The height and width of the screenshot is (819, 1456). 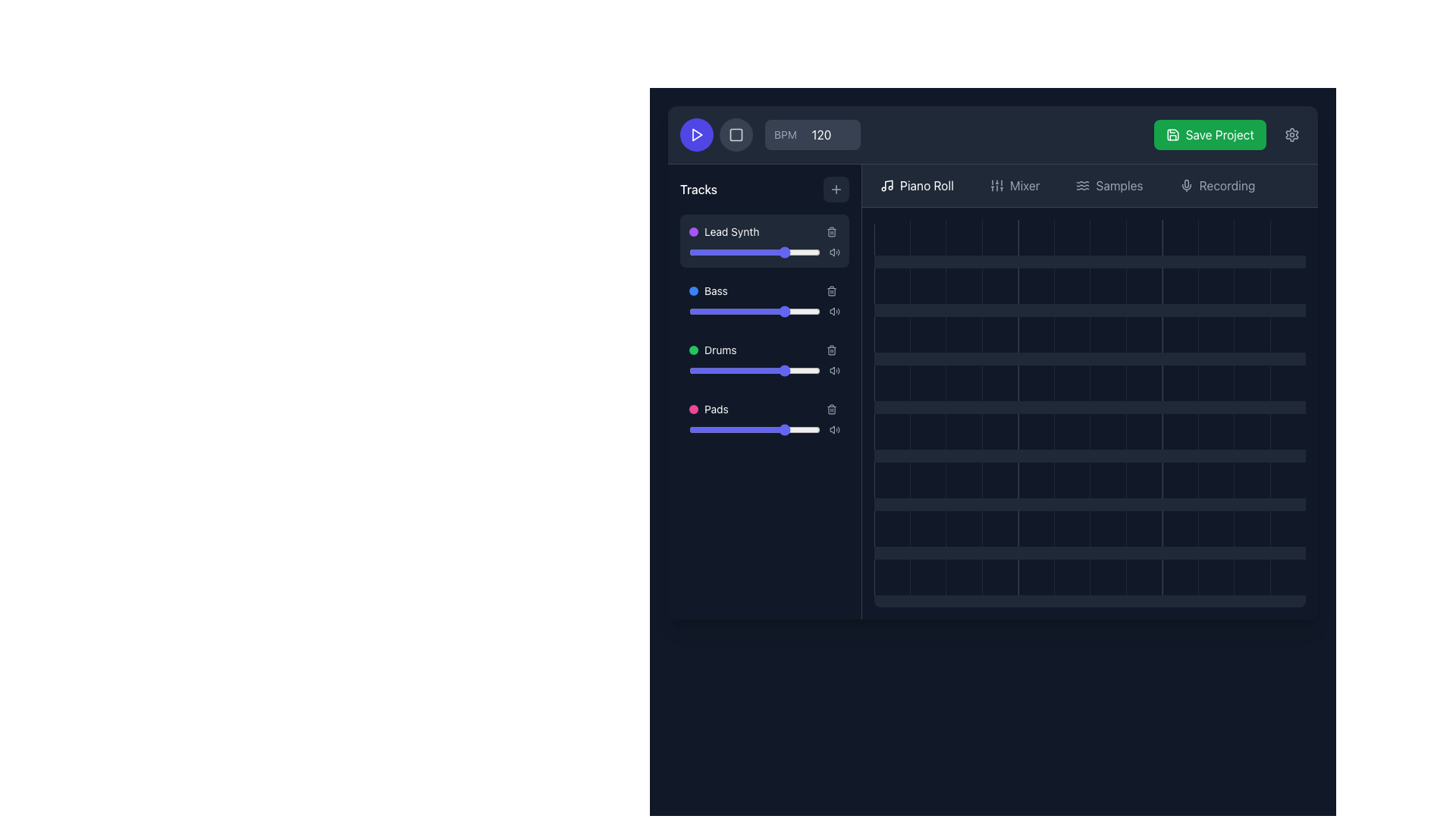 What do you see at coordinates (963, 528) in the screenshot?
I see `the square interactive placeholder or button located in the seventh row and third column of the grid layout` at bounding box center [963, 528].